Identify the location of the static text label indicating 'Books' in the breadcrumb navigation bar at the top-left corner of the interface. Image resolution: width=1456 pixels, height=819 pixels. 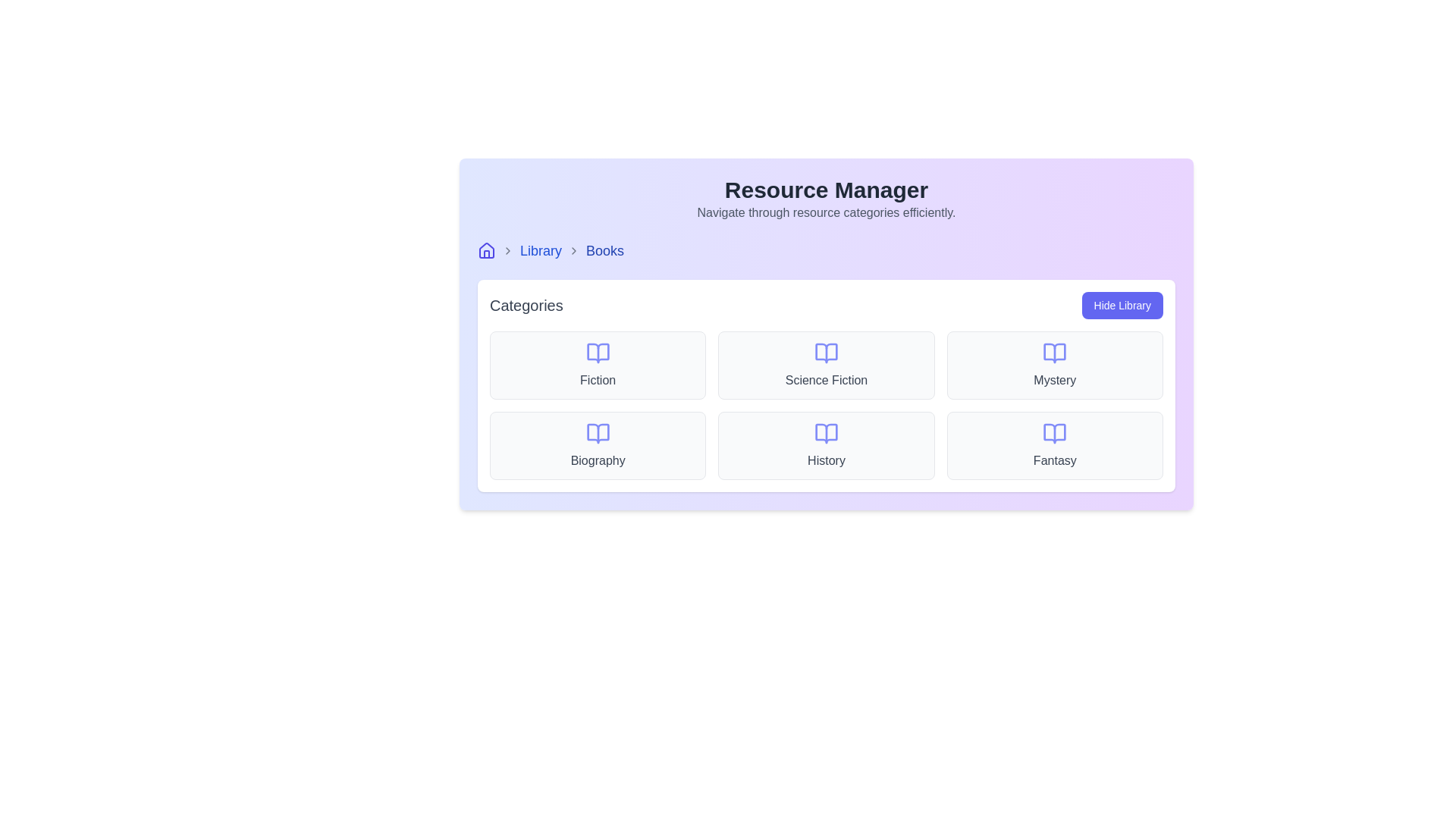
(604, 250).